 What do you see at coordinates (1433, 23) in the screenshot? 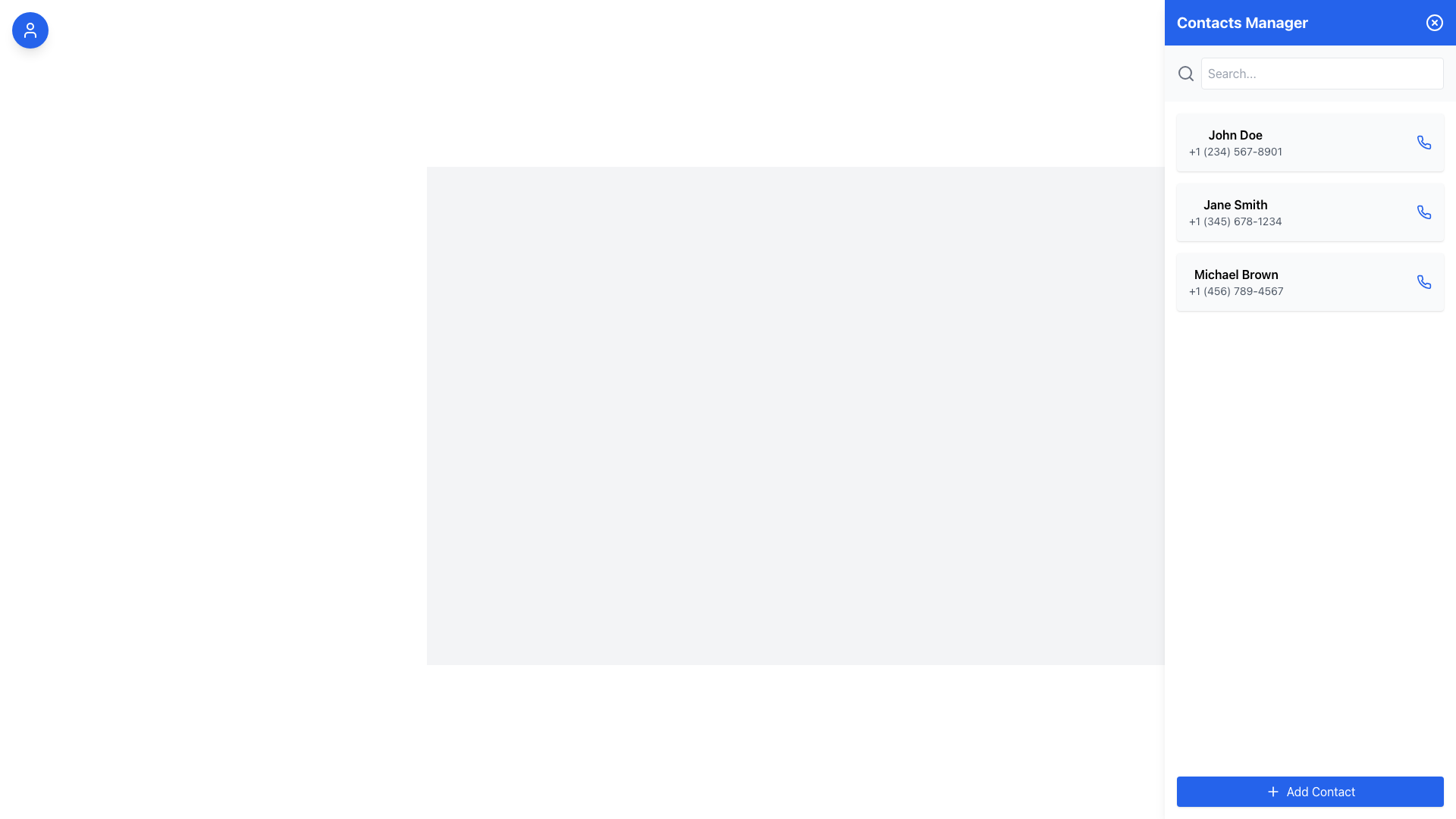
I see `the close button located on the far right side of the blue header bar labeled 'Contacts Manager'` at bounding box center [1433, 23].